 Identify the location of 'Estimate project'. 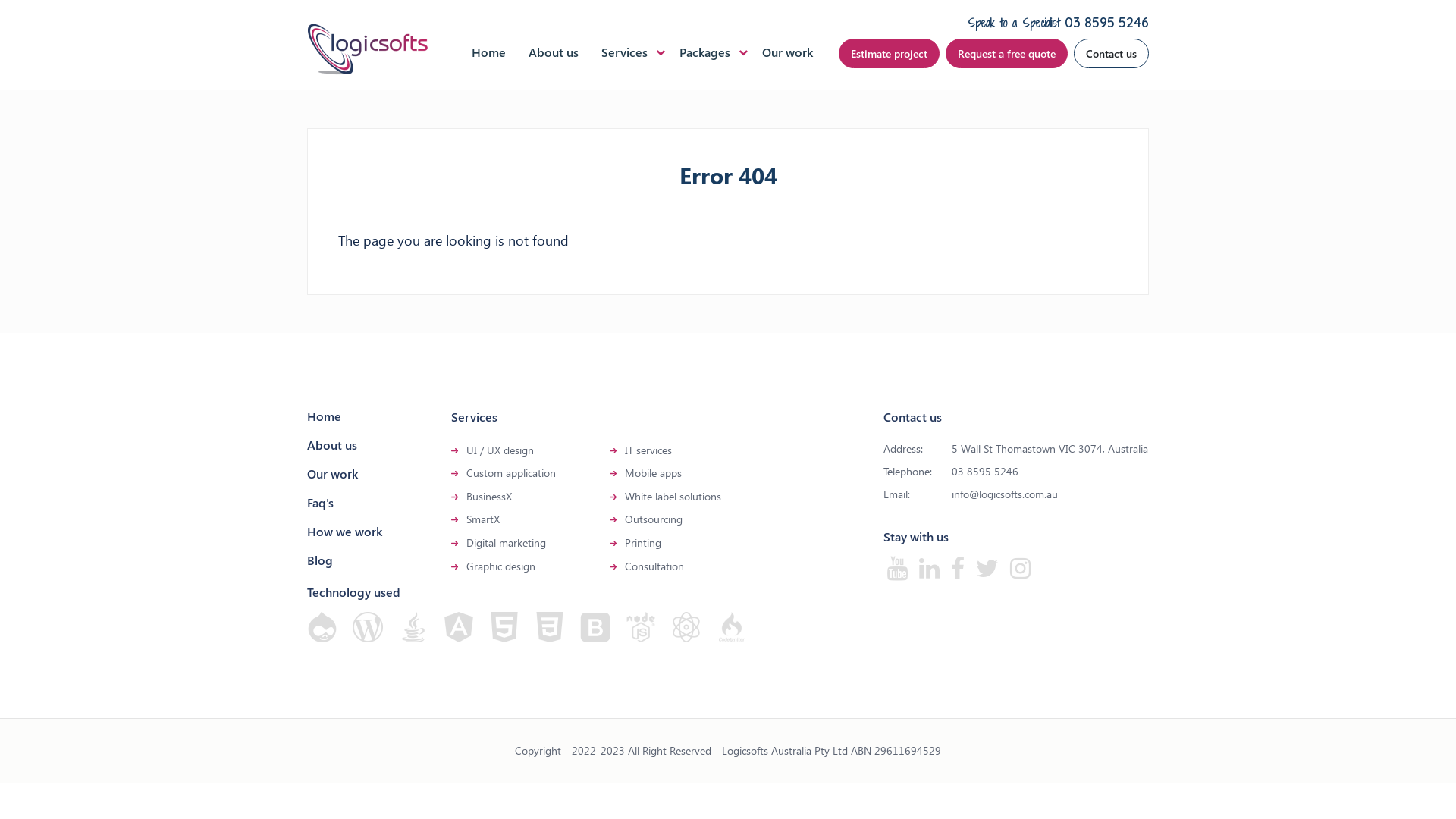
(889, 52).